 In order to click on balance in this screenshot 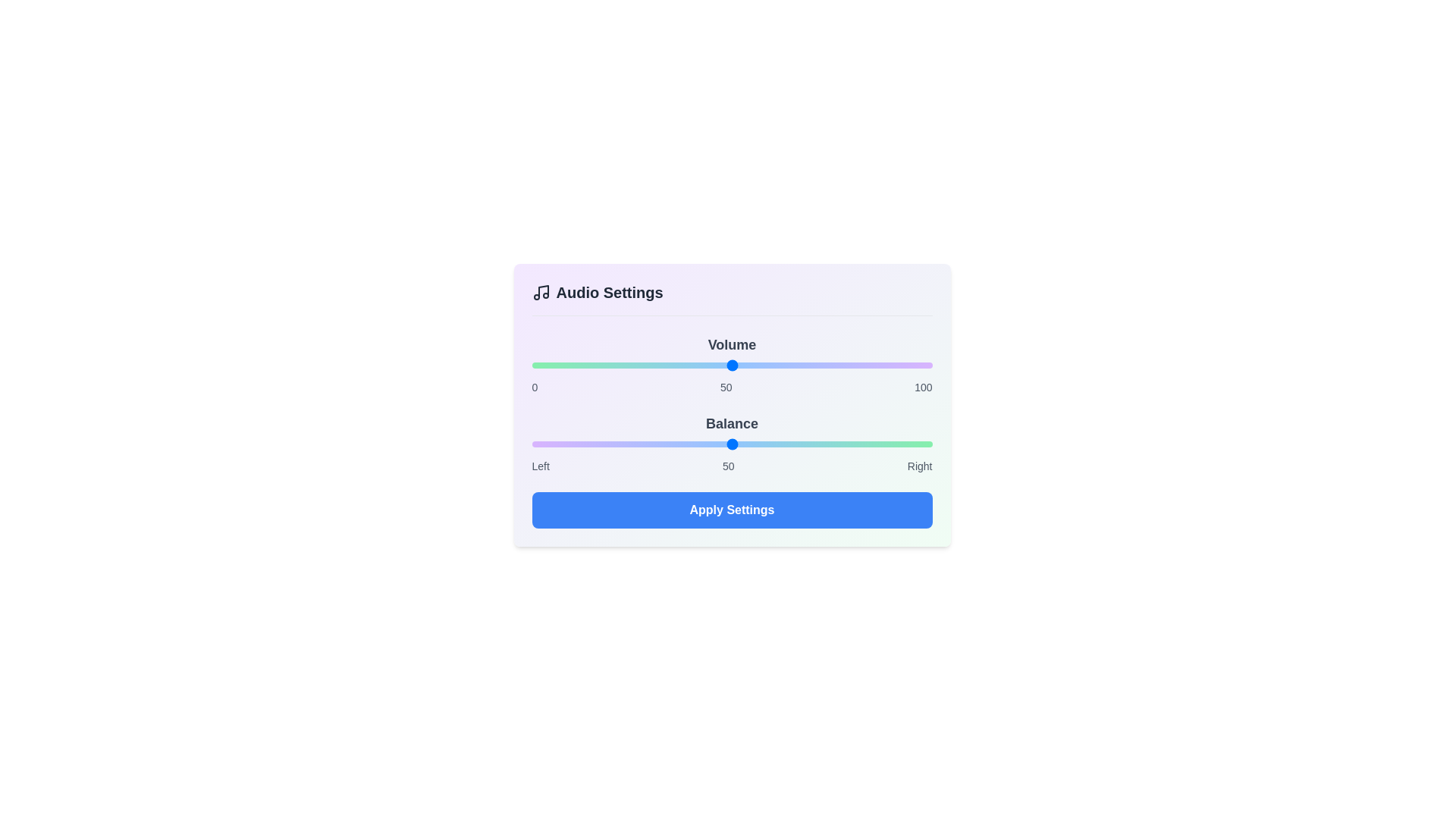, I will do `click(719, 444)`.